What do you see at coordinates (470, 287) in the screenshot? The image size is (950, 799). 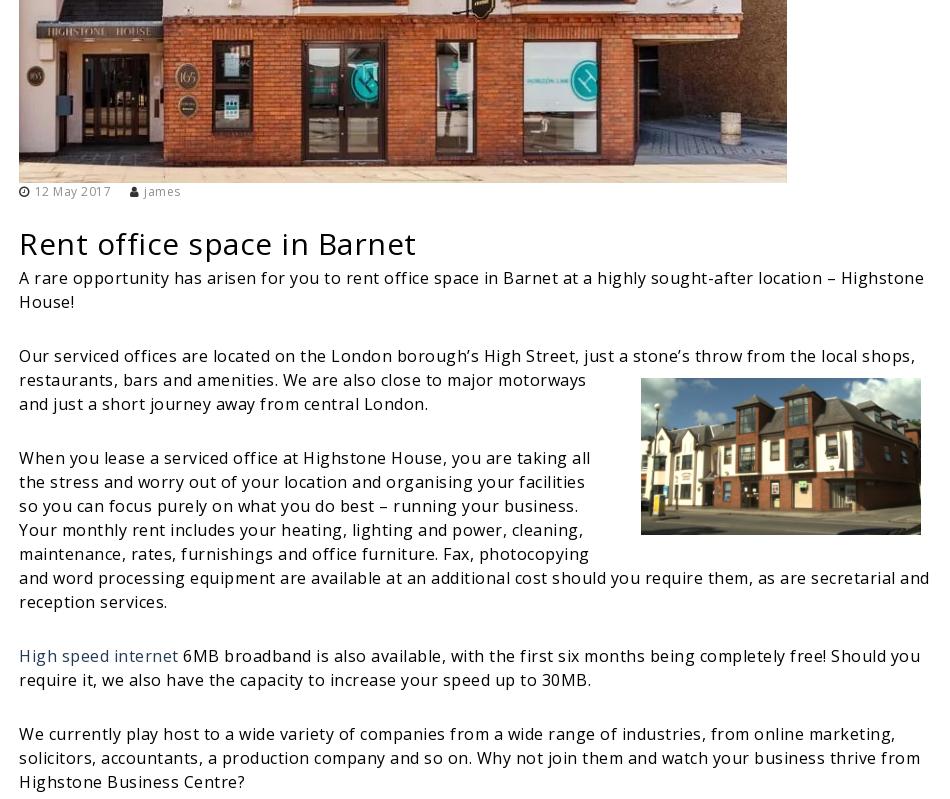 I see `'A rare opportunity has arisen for you to rent office space in Barnet at a highly sought-after location – Highstone House!'` at bounding box center [470, 287].